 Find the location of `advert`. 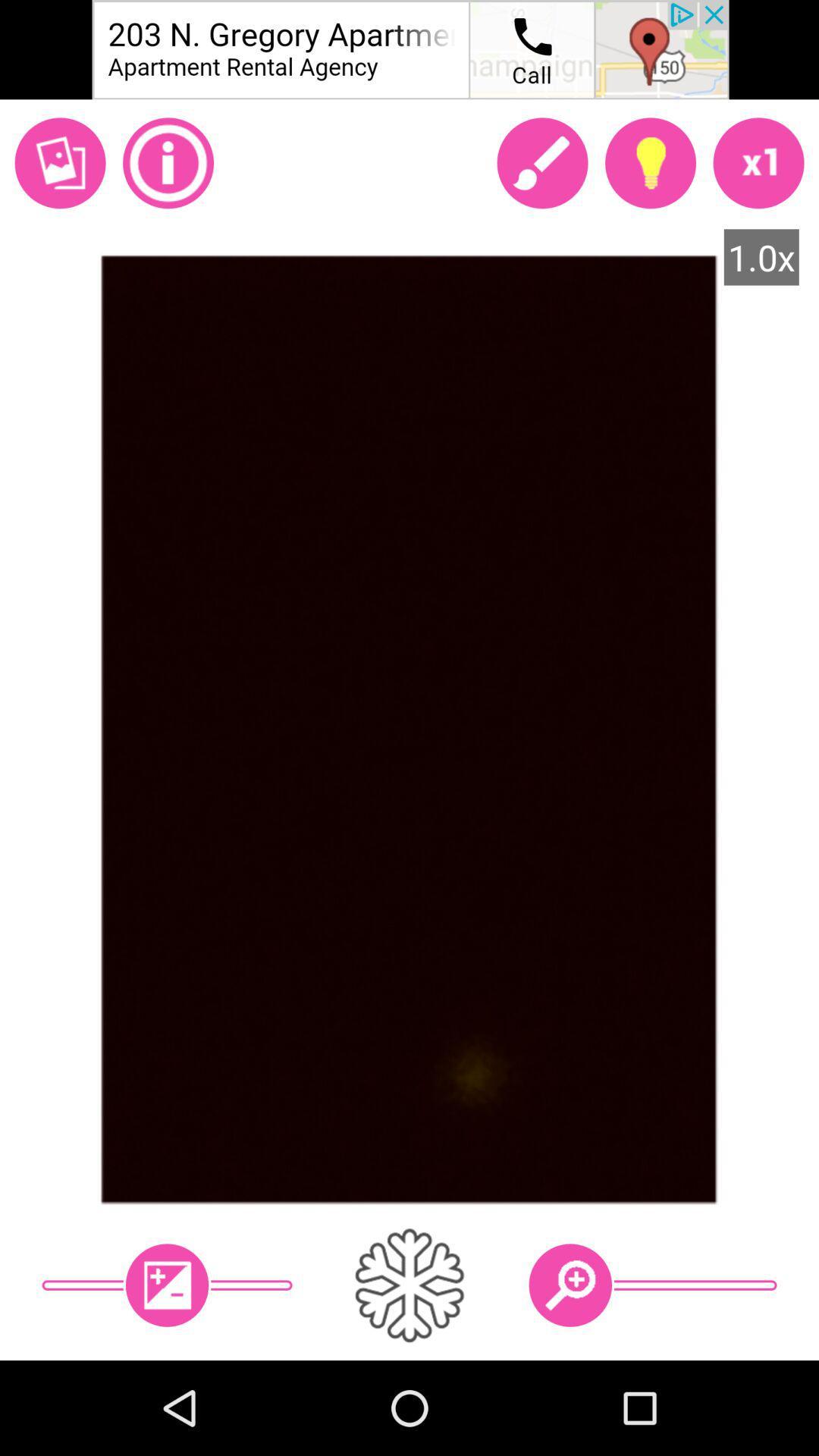

advert is located at coordinates (409, 49).